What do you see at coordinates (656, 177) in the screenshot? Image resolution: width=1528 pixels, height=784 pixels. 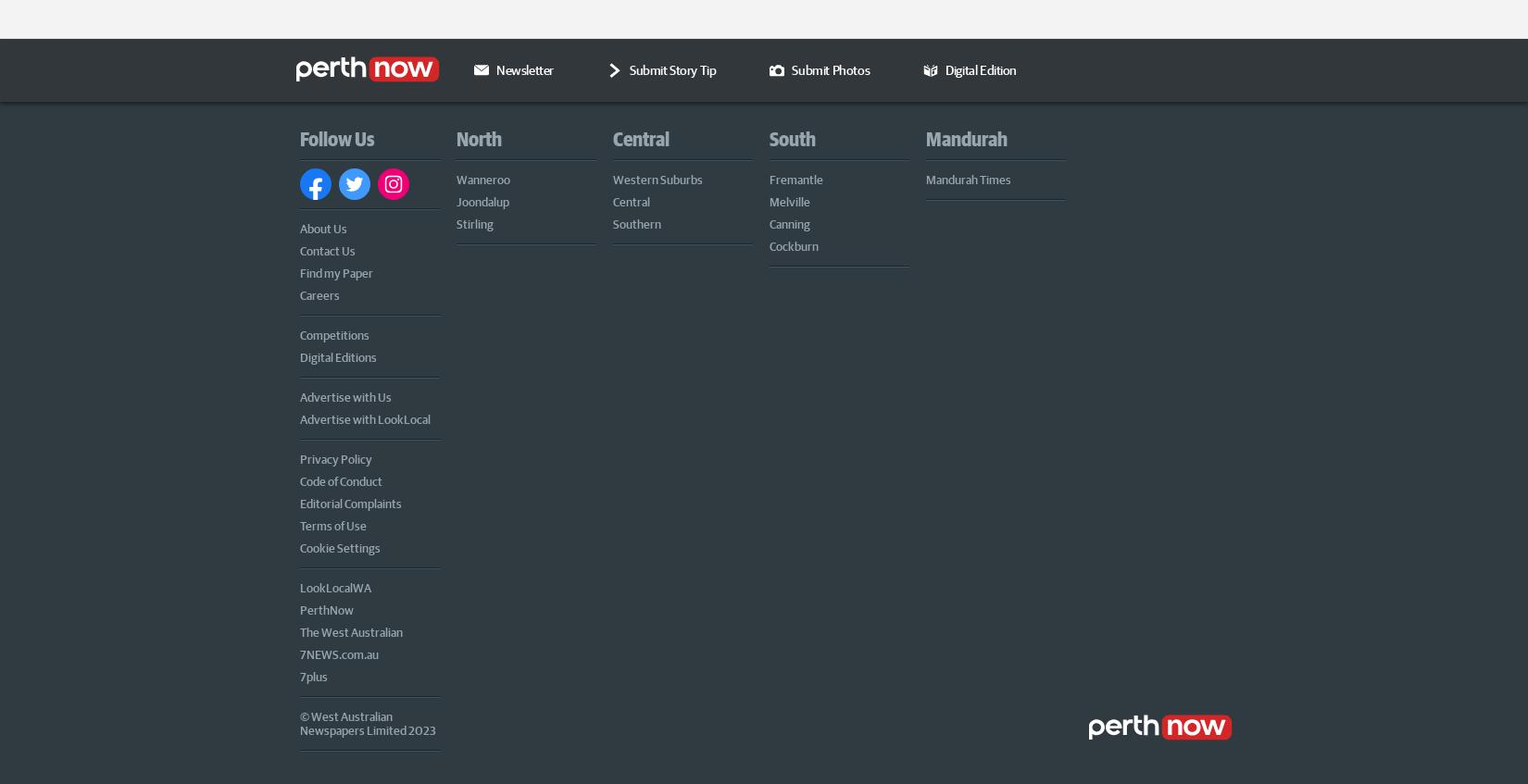 I see `'Western Suburbs'` at bounding box center [656, 177].